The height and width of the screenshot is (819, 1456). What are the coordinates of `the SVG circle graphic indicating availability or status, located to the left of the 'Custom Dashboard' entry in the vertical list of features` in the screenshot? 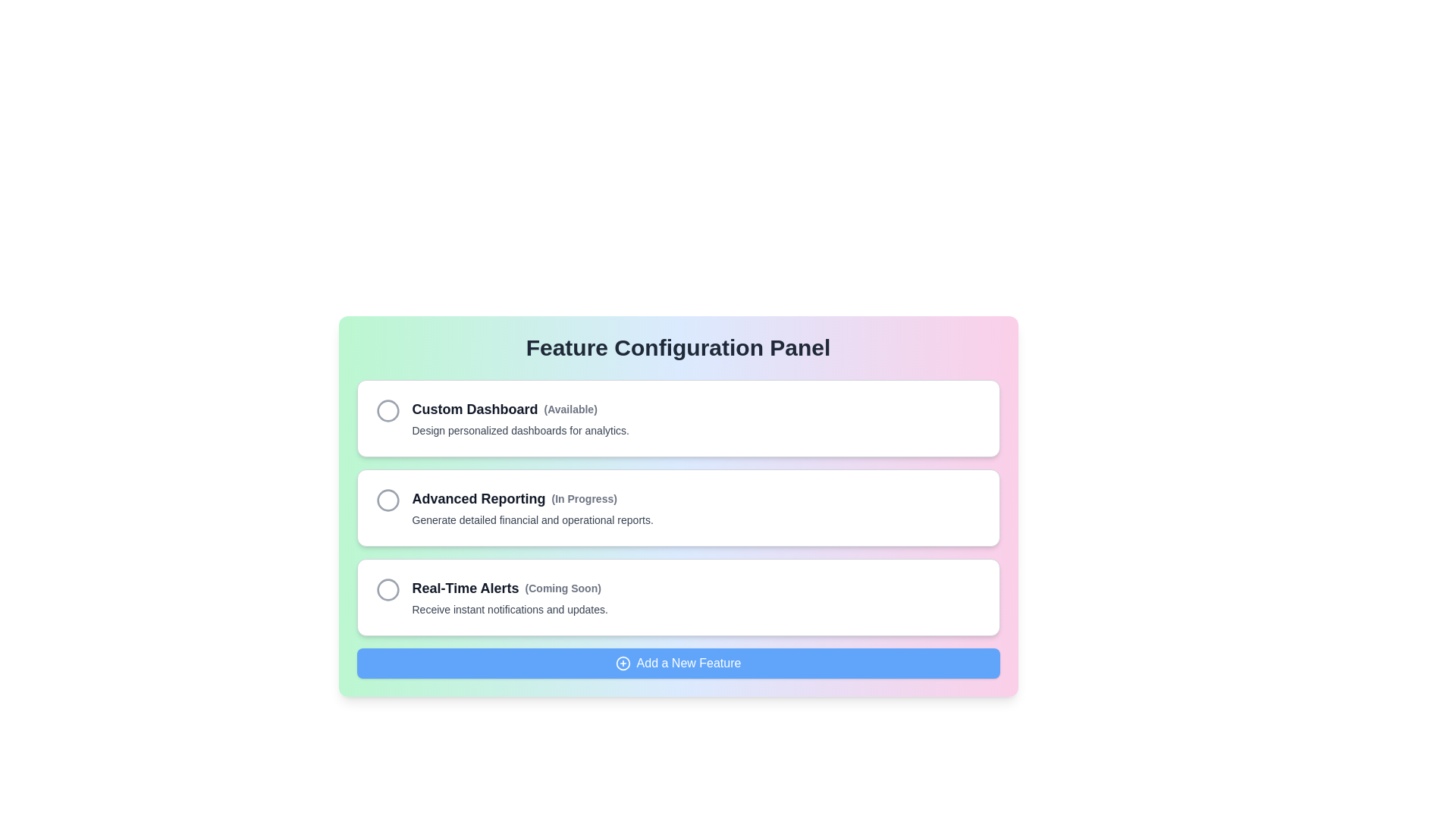 It's located at (388, 411).